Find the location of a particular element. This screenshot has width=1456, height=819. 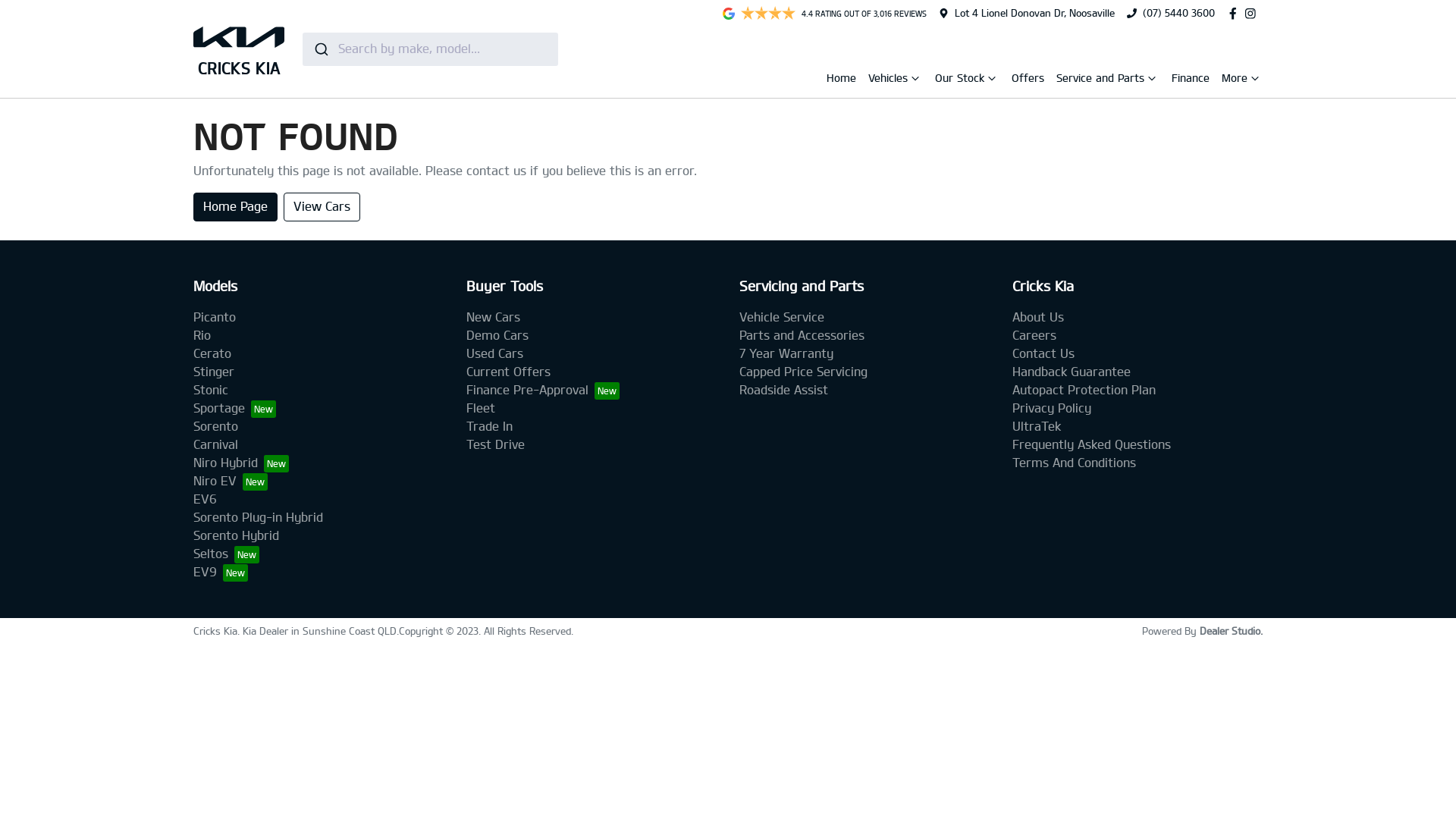

'Sorento Plug-in Hybrid' is located at coordinates (258, 516).